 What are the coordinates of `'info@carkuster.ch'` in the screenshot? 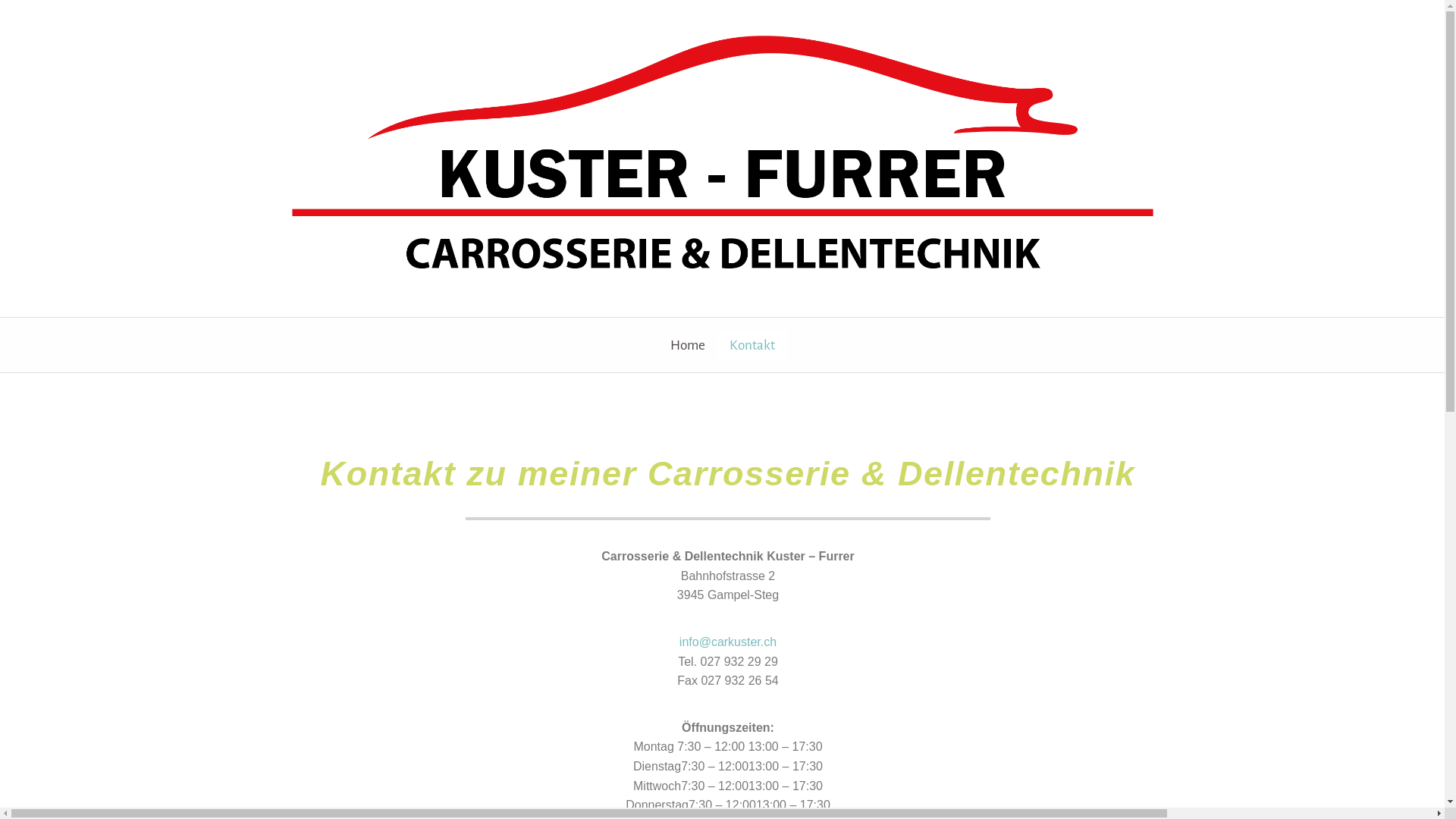 It's located at (679, 642).